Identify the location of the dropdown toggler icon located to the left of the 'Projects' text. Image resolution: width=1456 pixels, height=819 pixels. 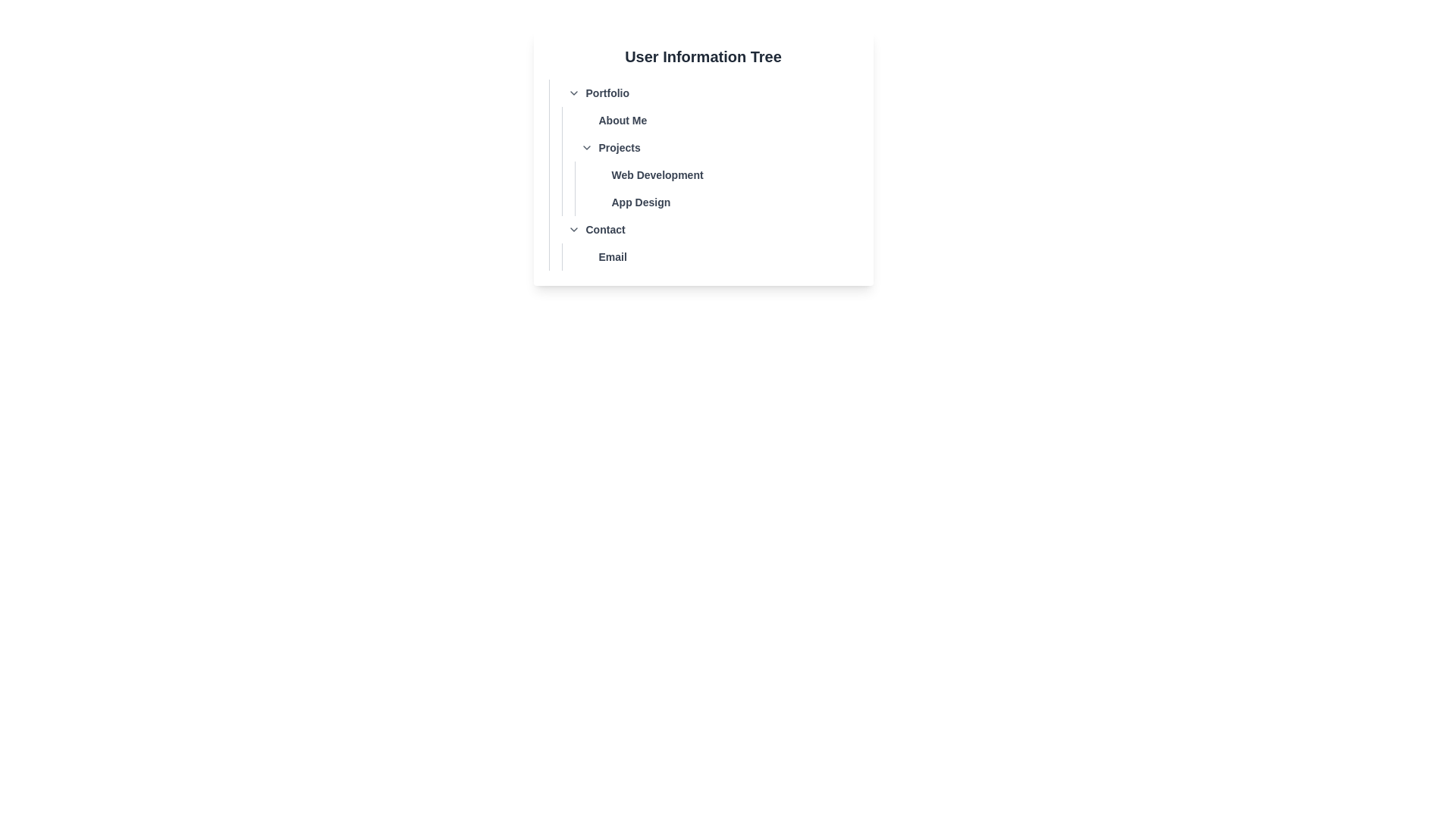
(585, 148).